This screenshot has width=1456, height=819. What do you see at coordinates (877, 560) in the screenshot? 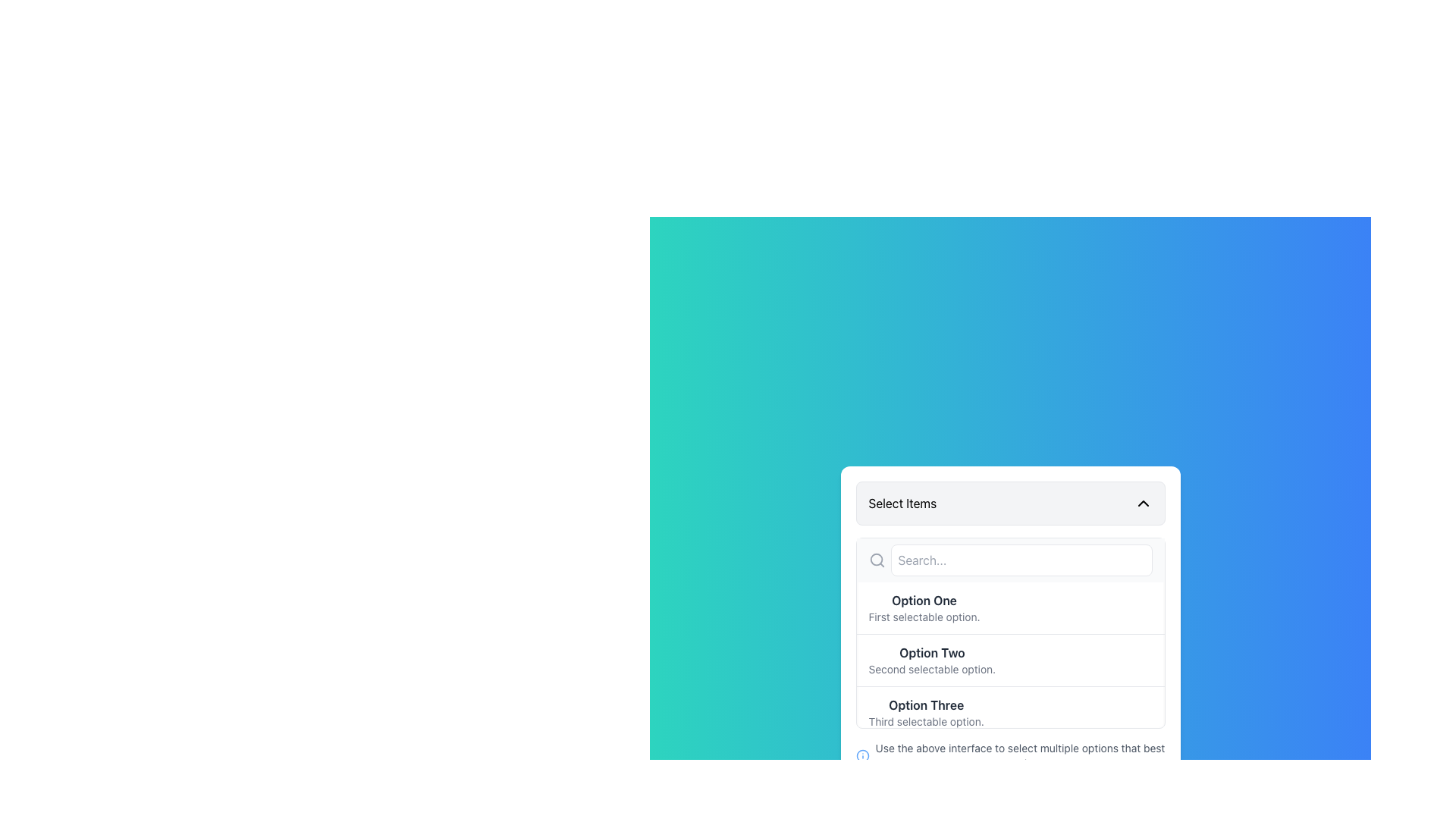
I see `the search indicator icon located to the left of the input text field with placeholder text 'Search...'` at bounding box center [877, 560].